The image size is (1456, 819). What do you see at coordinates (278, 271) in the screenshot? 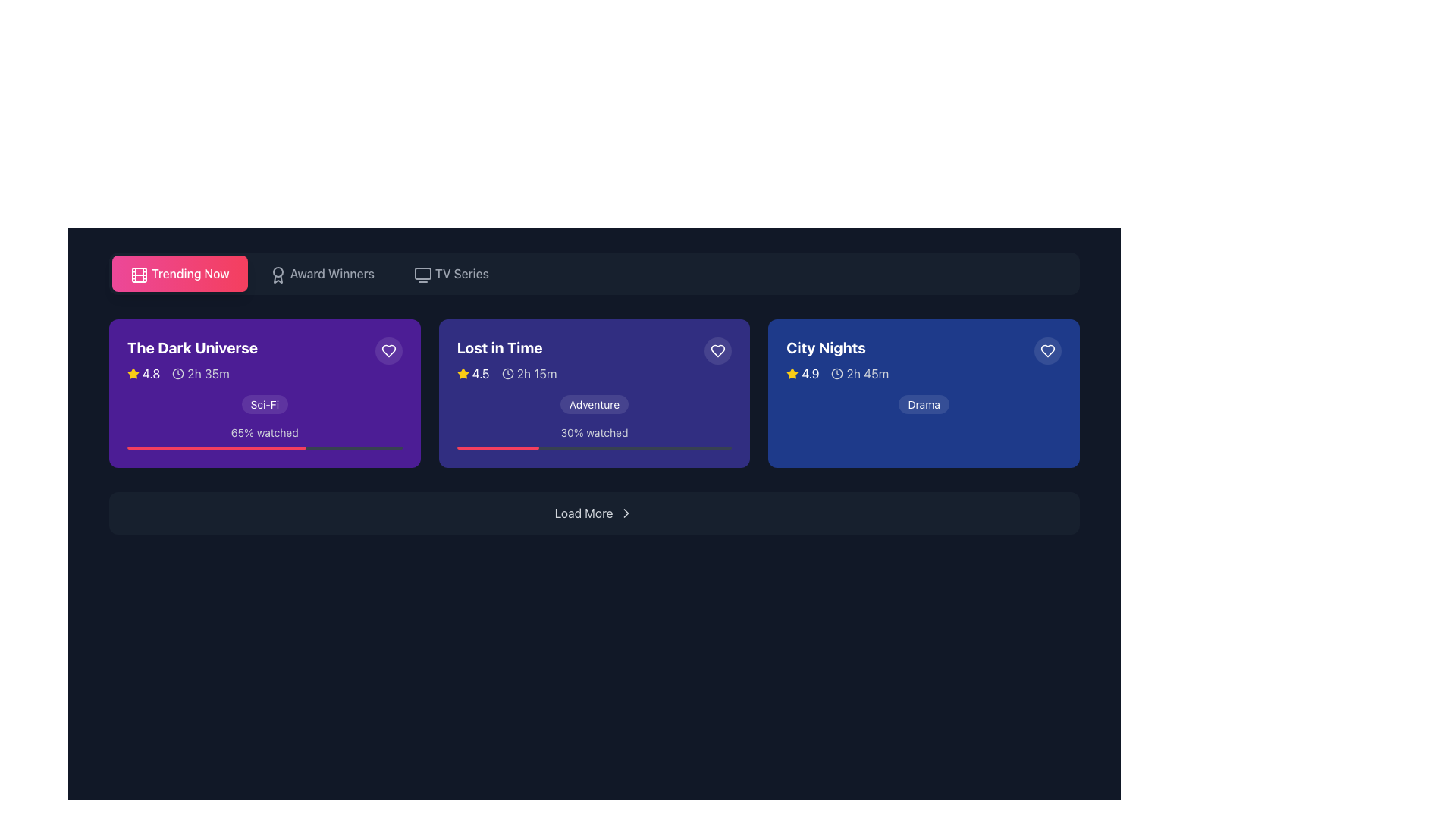
I see `the decorative circular icon located in the secondary navigation bar preceding the 'Award Winners' label` at bounding box center [278, 271].